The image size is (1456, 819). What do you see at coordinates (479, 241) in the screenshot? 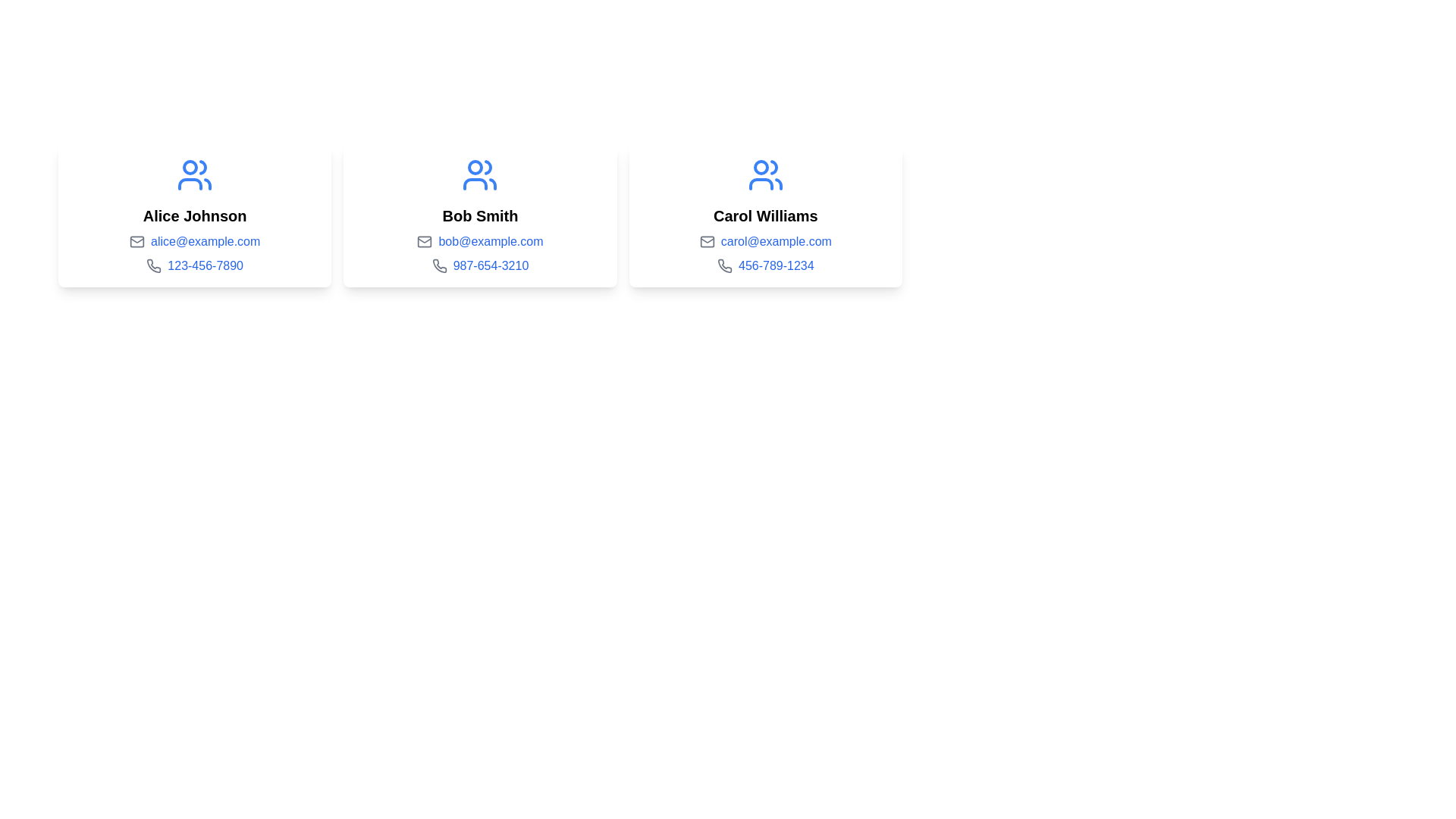
I see `the mailto hyperlink located in the second card, below 'Bob Smith' and above '987-654-3210'` at bounding box center [479, 241].